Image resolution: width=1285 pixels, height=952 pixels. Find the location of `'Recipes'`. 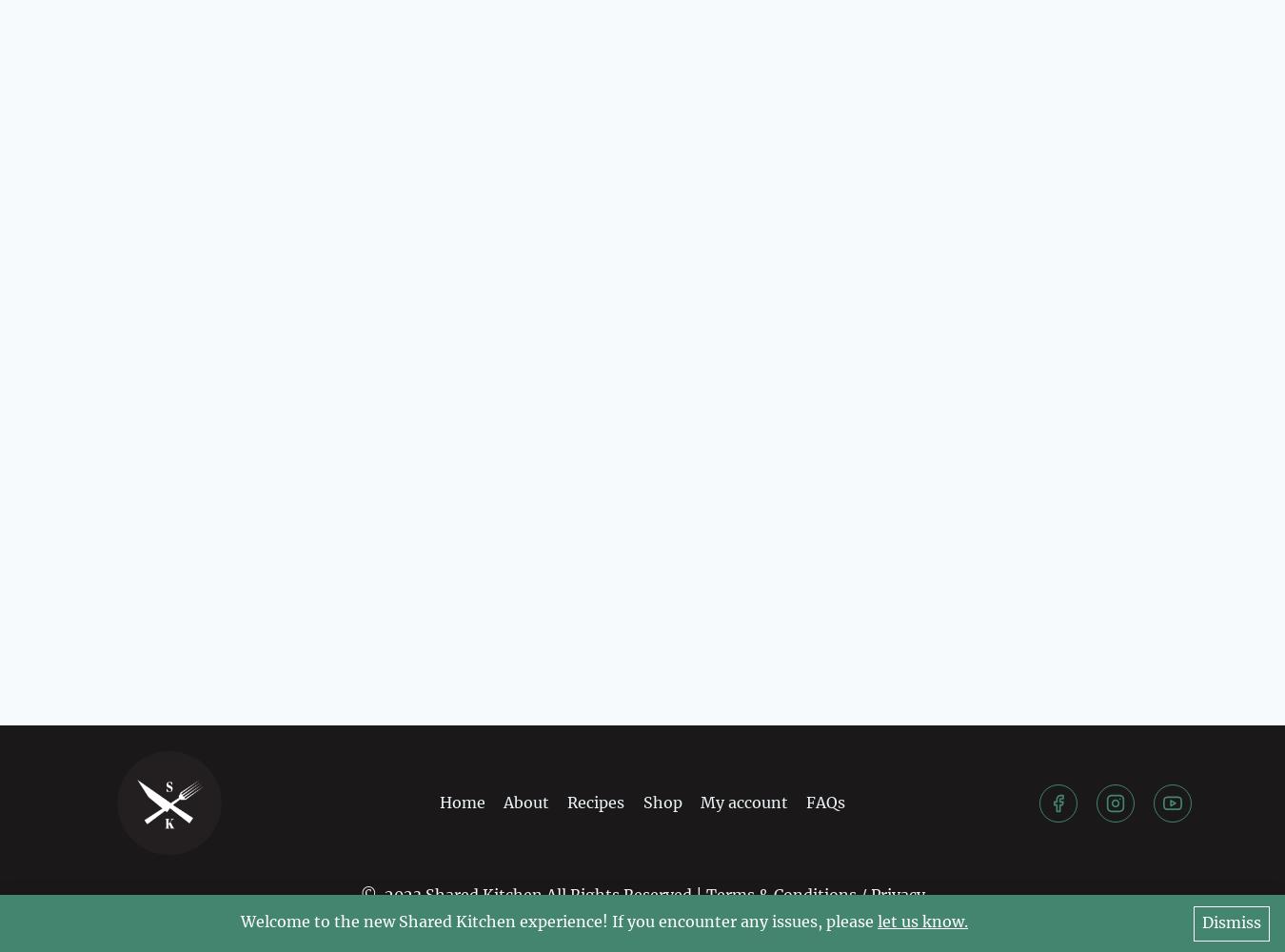

'Recipes' is located at coordinates (595, 801).